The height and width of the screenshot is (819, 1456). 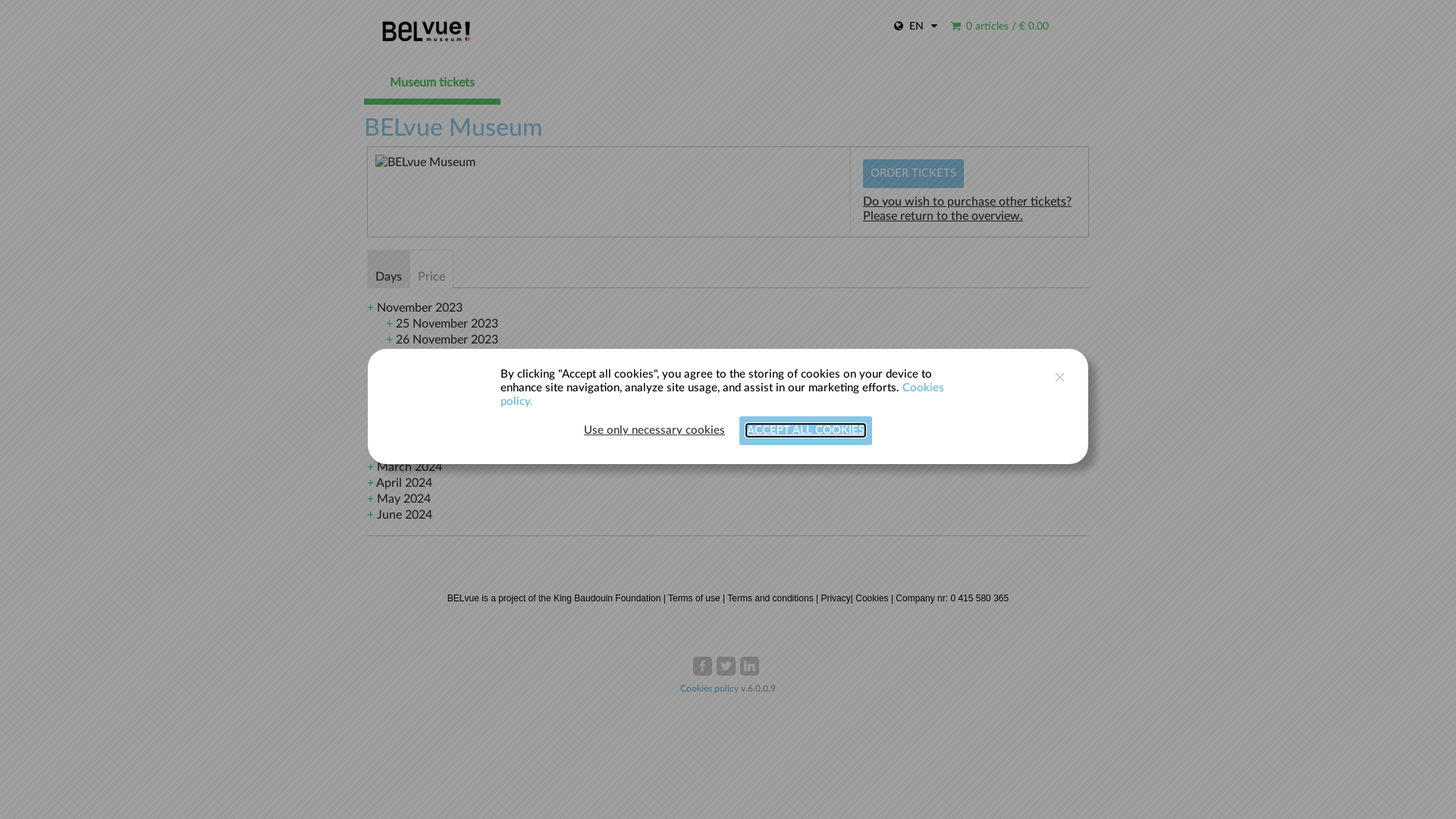 I want to click on 'ORDER TICKETS', so click(x=912, y=172).